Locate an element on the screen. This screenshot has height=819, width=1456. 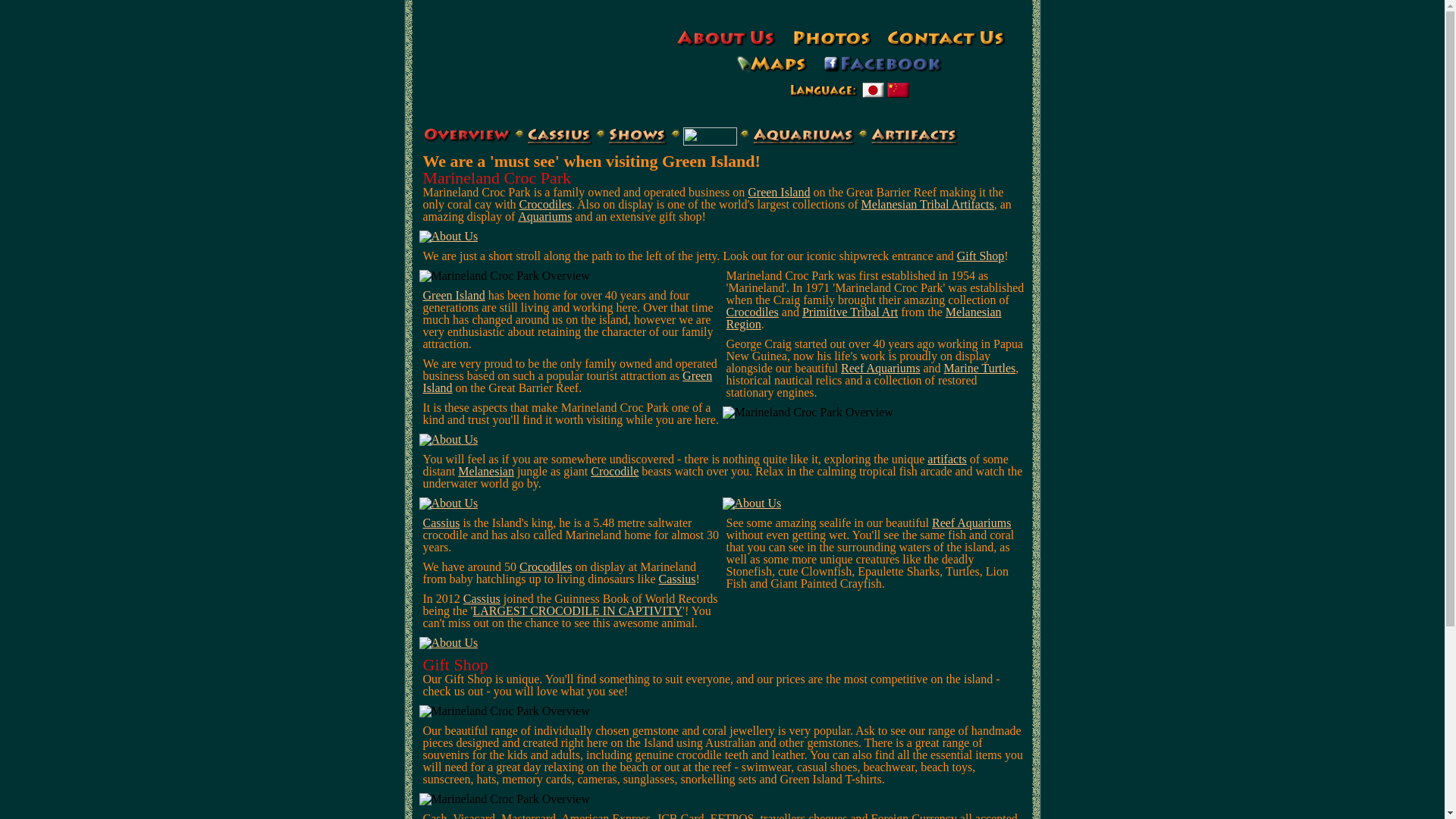
'Crocodiles' is located at coordinates (545, 566).